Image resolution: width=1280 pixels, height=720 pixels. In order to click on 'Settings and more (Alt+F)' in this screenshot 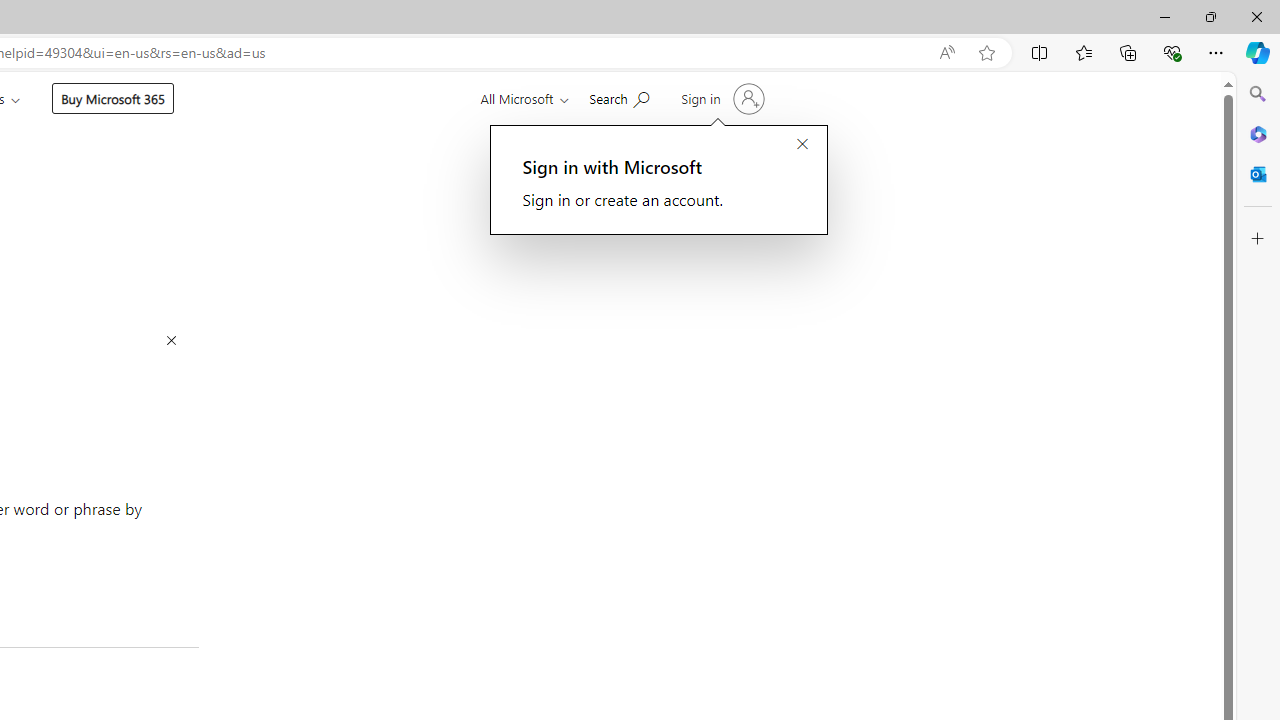, I will do `click(1215, 51)`.